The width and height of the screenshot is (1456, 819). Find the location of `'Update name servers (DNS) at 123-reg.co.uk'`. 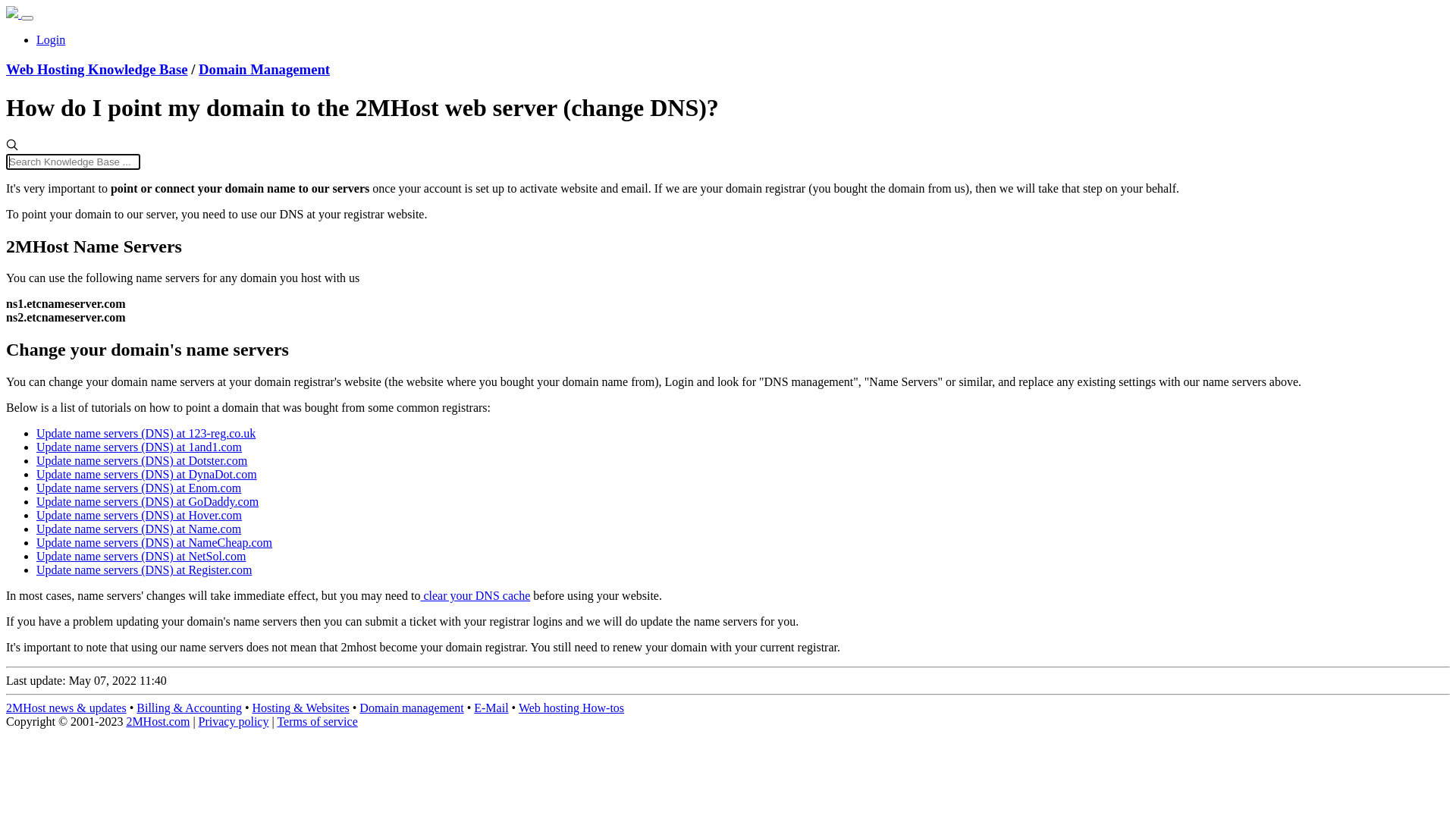

'Update name servers (DNS) at 123-reg.co.uk' is located at coordinates (146, 433).